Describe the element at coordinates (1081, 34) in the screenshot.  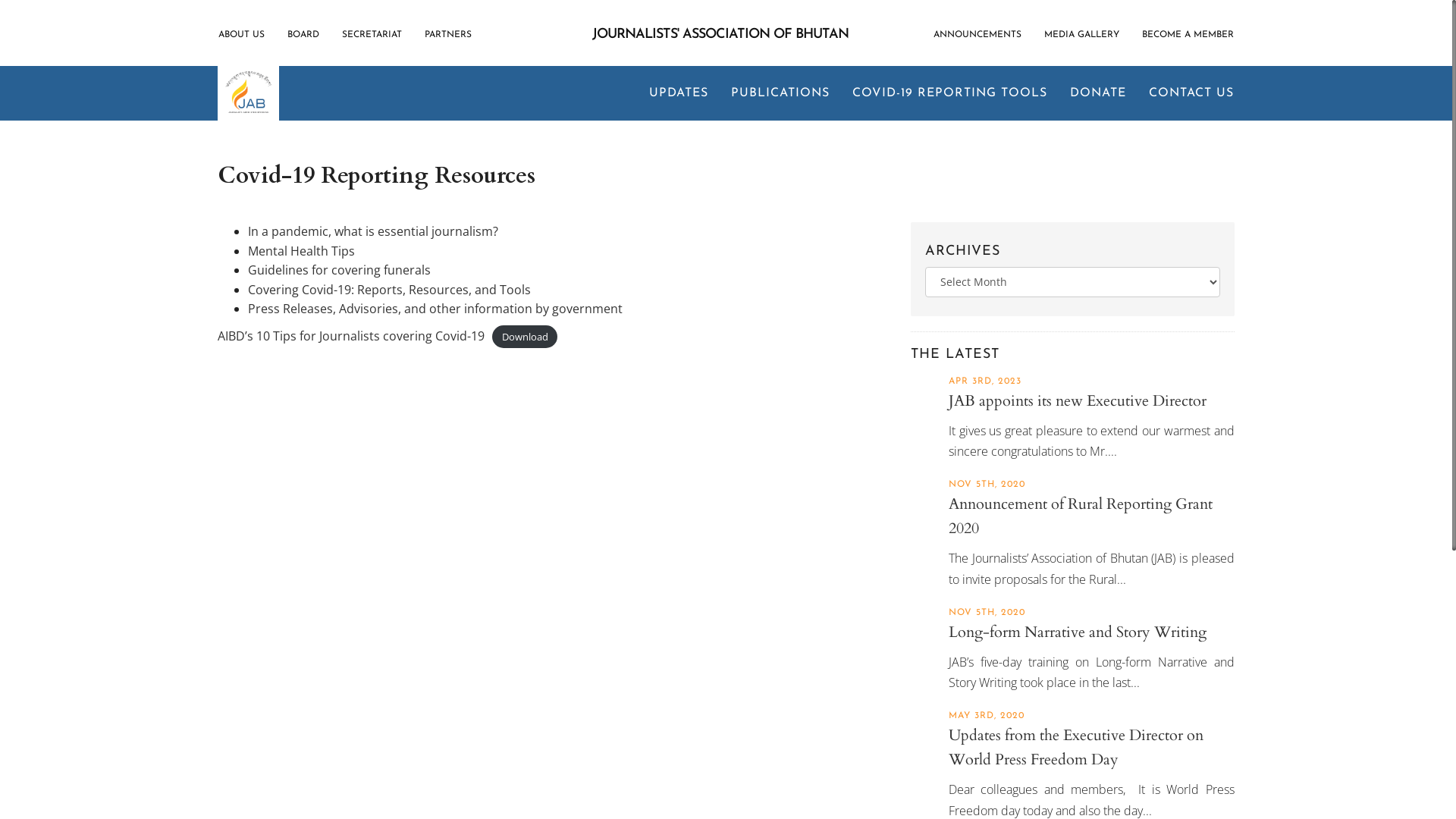
I see `'MEDIA GALLERY'` at that location.